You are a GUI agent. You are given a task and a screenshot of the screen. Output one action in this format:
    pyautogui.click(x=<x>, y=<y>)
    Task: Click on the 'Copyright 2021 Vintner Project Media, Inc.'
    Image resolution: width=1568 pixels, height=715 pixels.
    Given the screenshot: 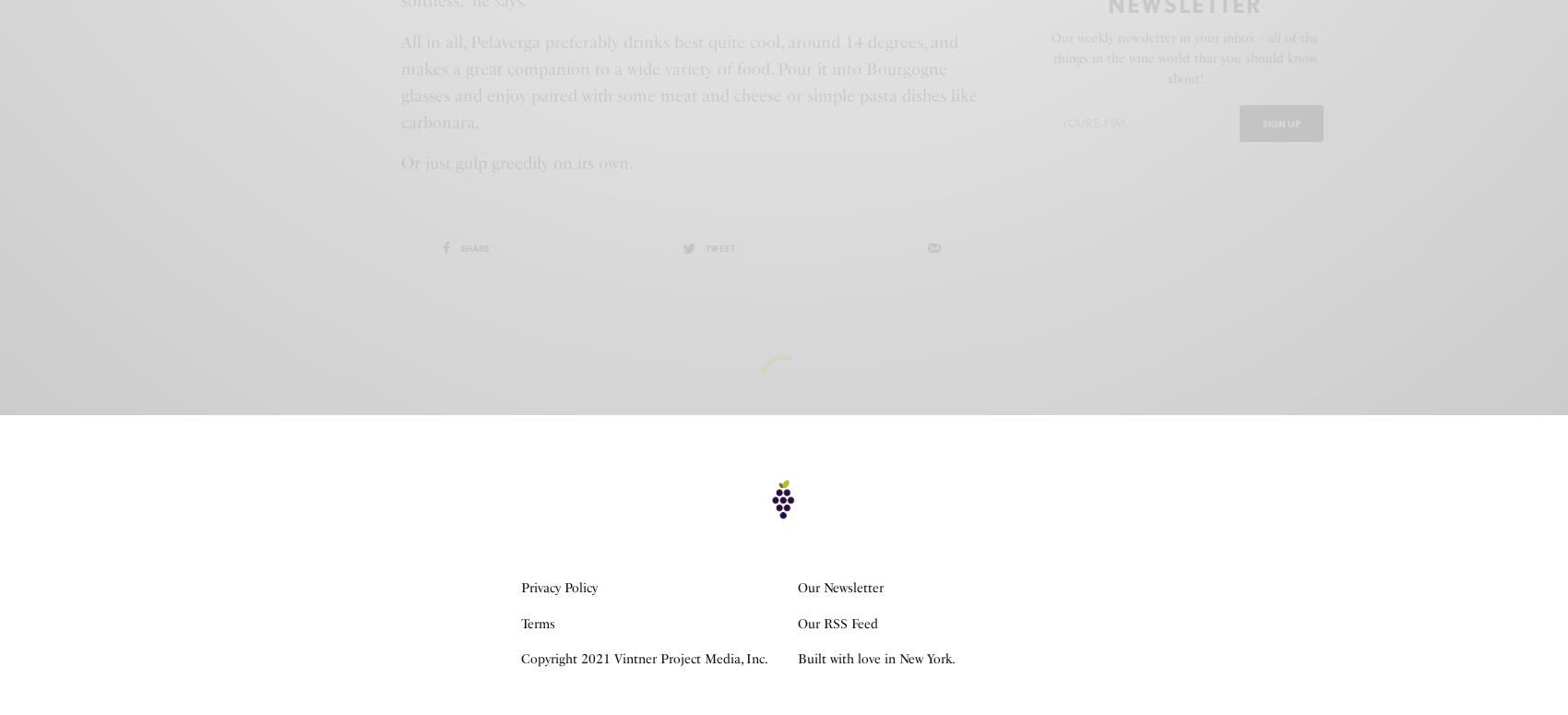 What is the action you would take?
    pyautogui.click(x=645, y=659)
    